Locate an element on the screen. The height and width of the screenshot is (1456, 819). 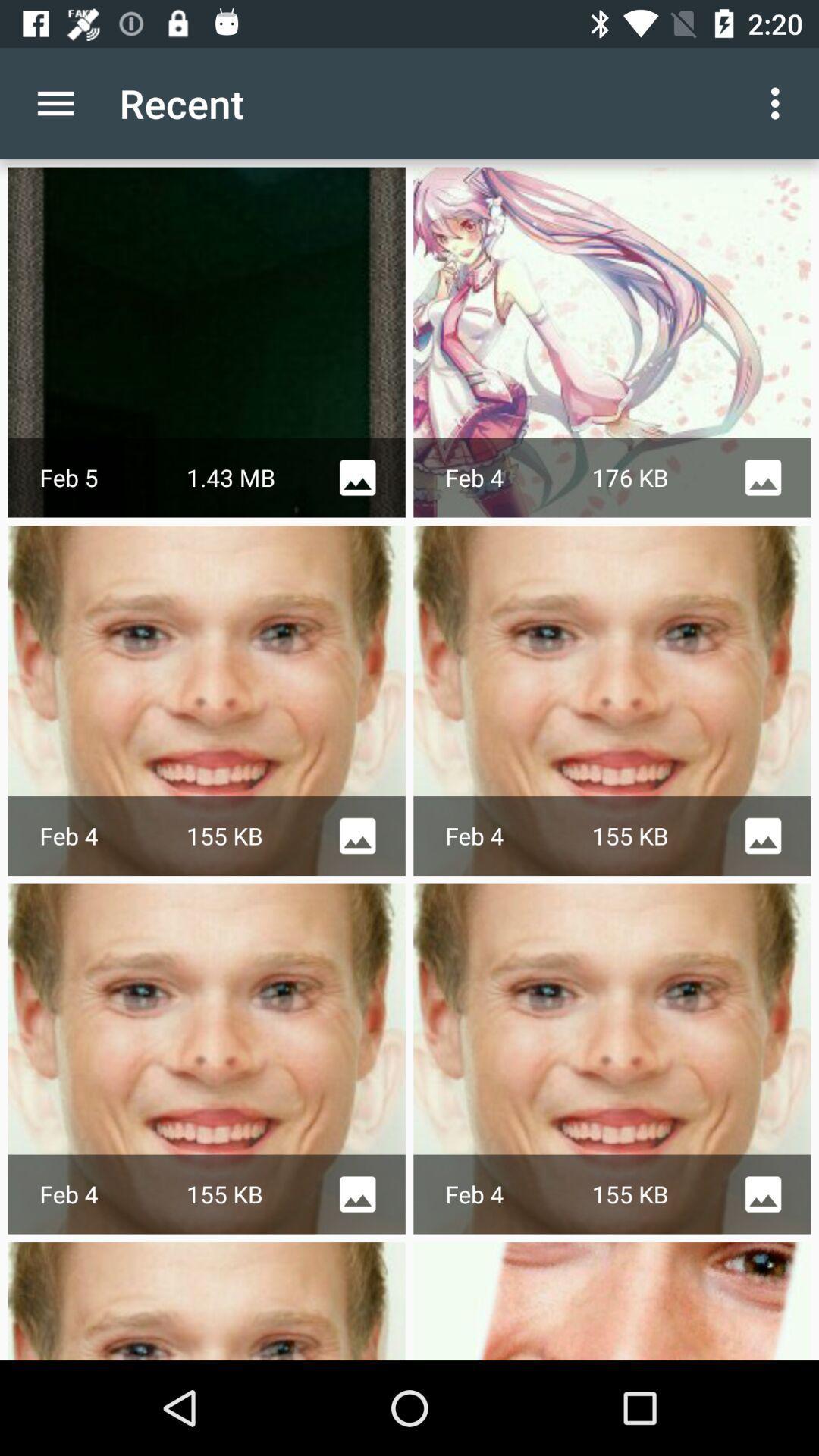
icon next to the recent app is located at coordinates (55, 102).